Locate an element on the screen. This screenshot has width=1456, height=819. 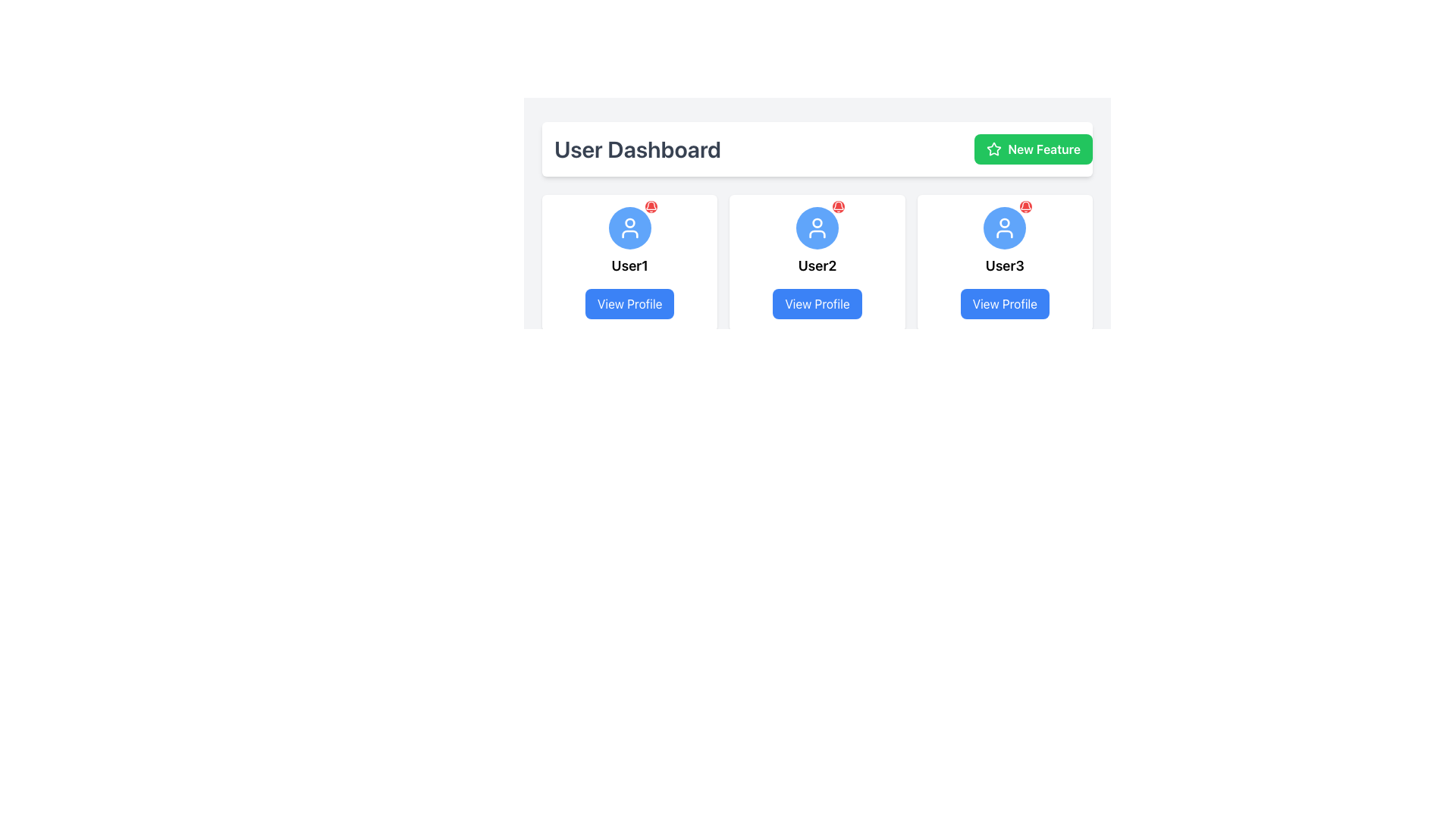
the button located at the bottom of the card featuring 'User1' is located at coordinates (629, 304).